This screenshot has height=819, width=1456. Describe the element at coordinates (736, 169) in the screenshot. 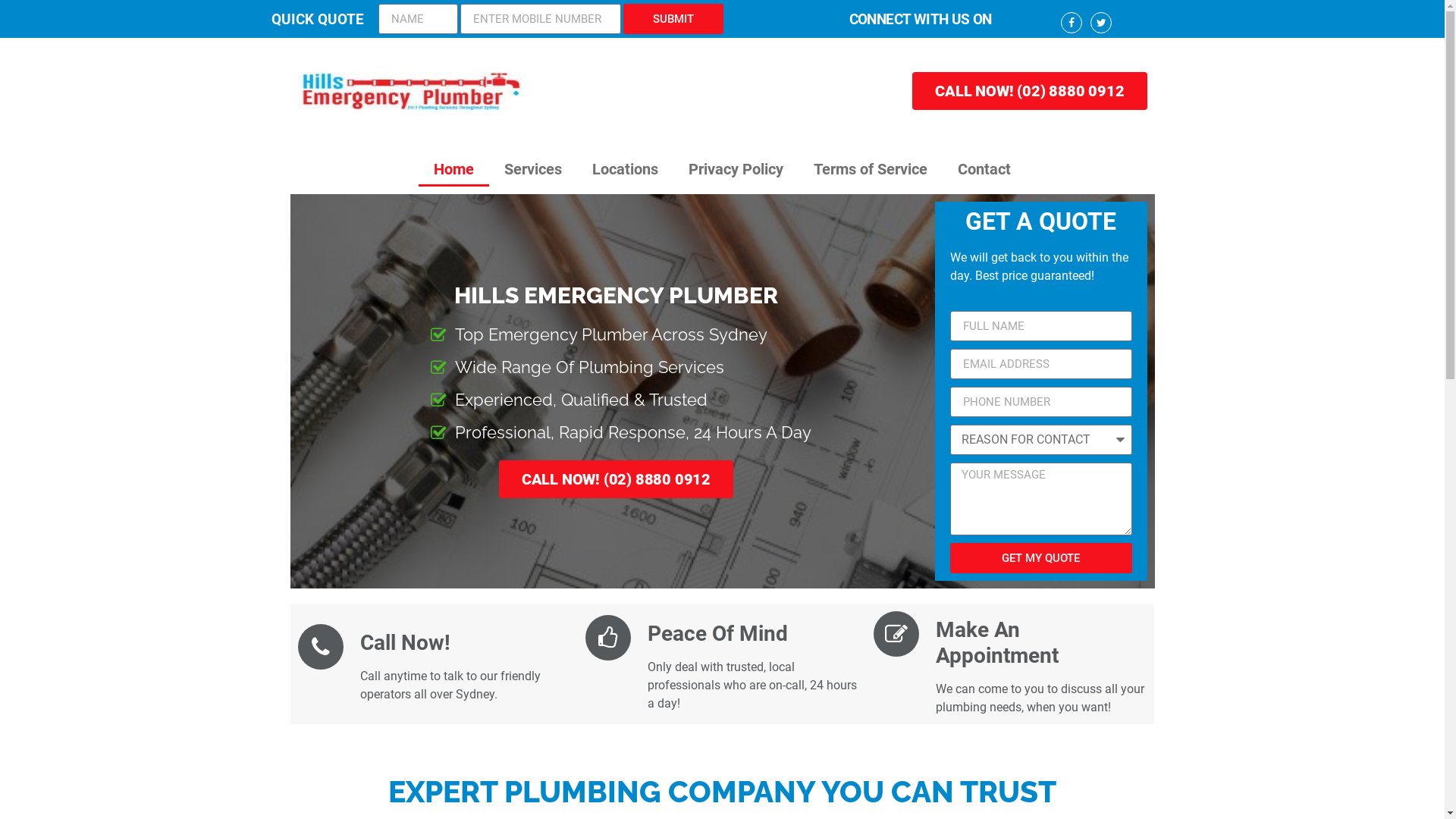

I see `'Privacy Policy'` at that location.